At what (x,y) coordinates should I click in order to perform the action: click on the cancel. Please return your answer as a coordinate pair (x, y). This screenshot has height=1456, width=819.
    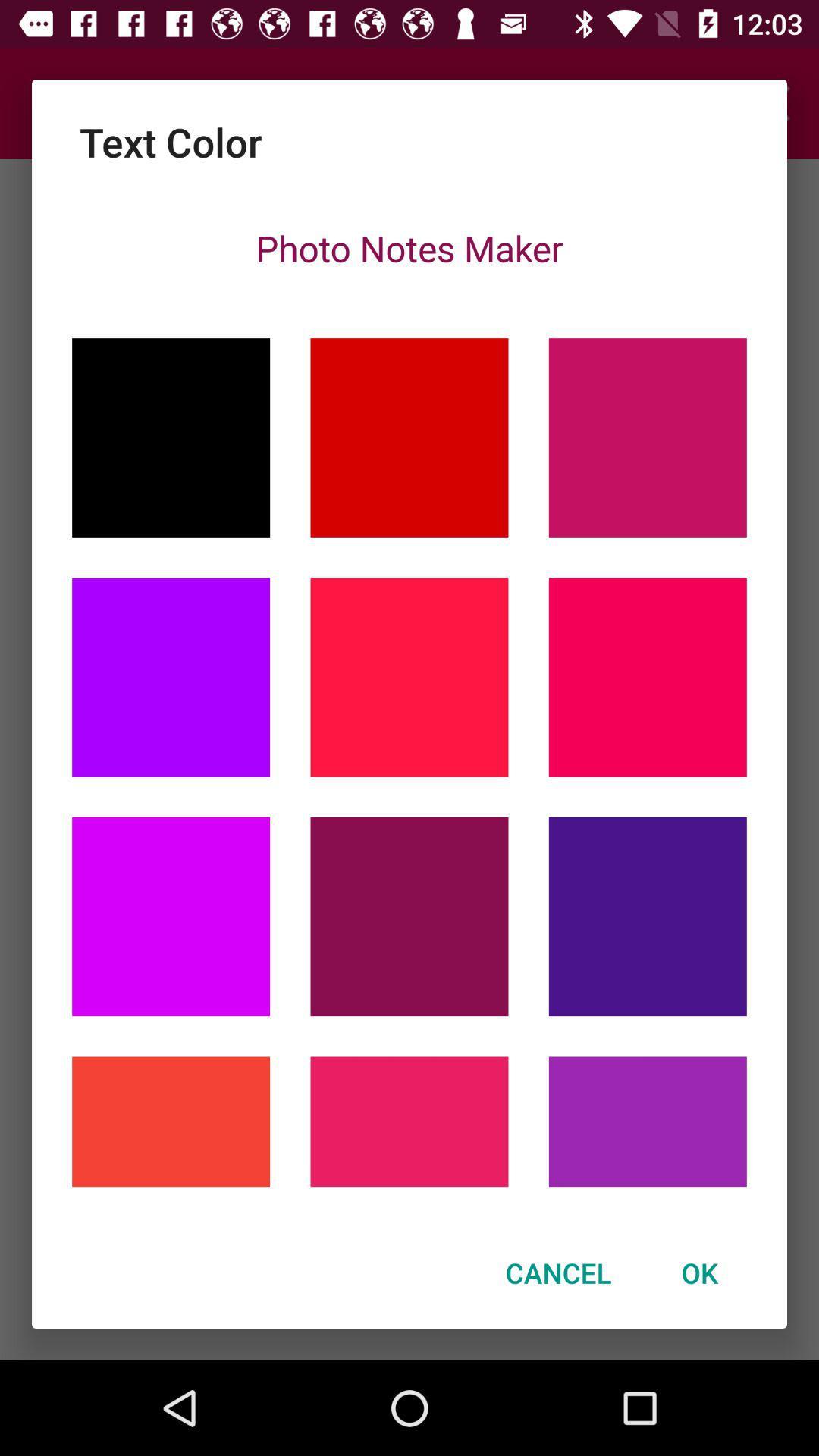
    Looking at the image, I should click on (558, 1272).